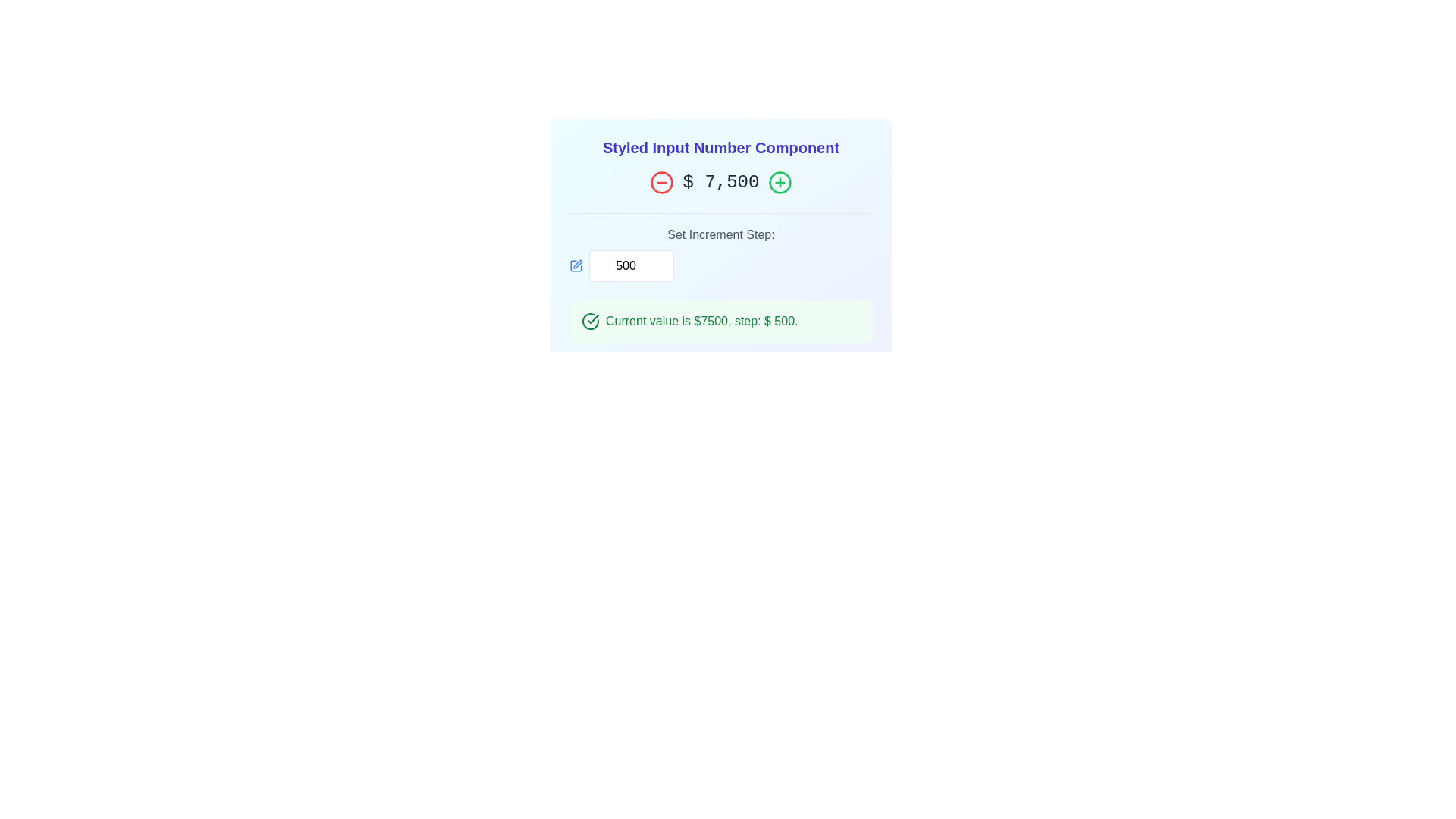 The height and width of the screenshot is (819, 1456). What do you see at coordinates (589, 321) in the screenshot?
I see `the graphical icon (SVG component) that indicates a successful status, located in the header of the 'Styled Input Number Component' interface, next to the text 'Current value is $7500, step: $500.'` at bounding box center [589, 321].